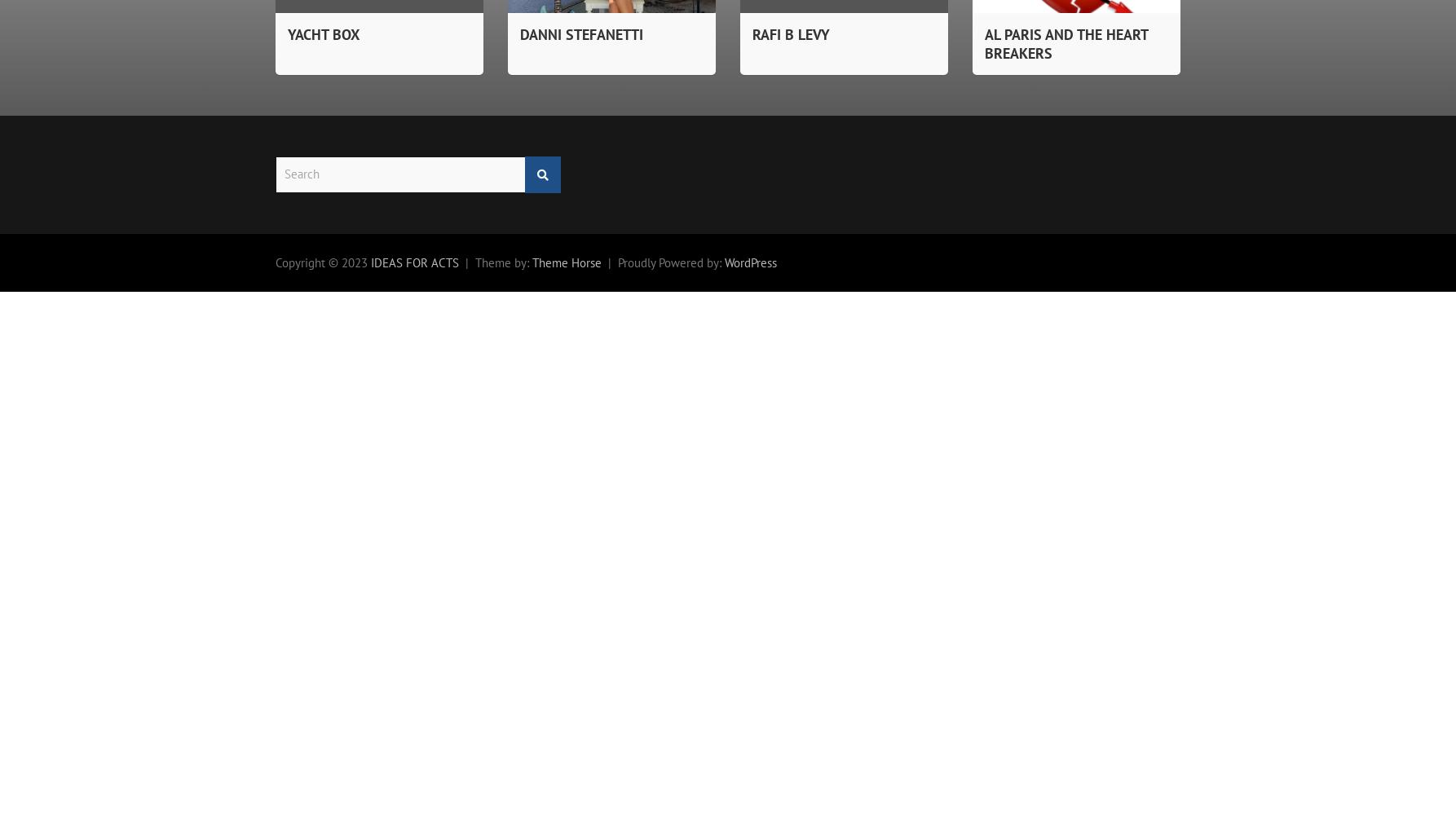 This screenshot has width=1456, height=815. Describe the element at coordinates (323, 261) in the screenshot. I see `'Copyright © 2023'` at that location.